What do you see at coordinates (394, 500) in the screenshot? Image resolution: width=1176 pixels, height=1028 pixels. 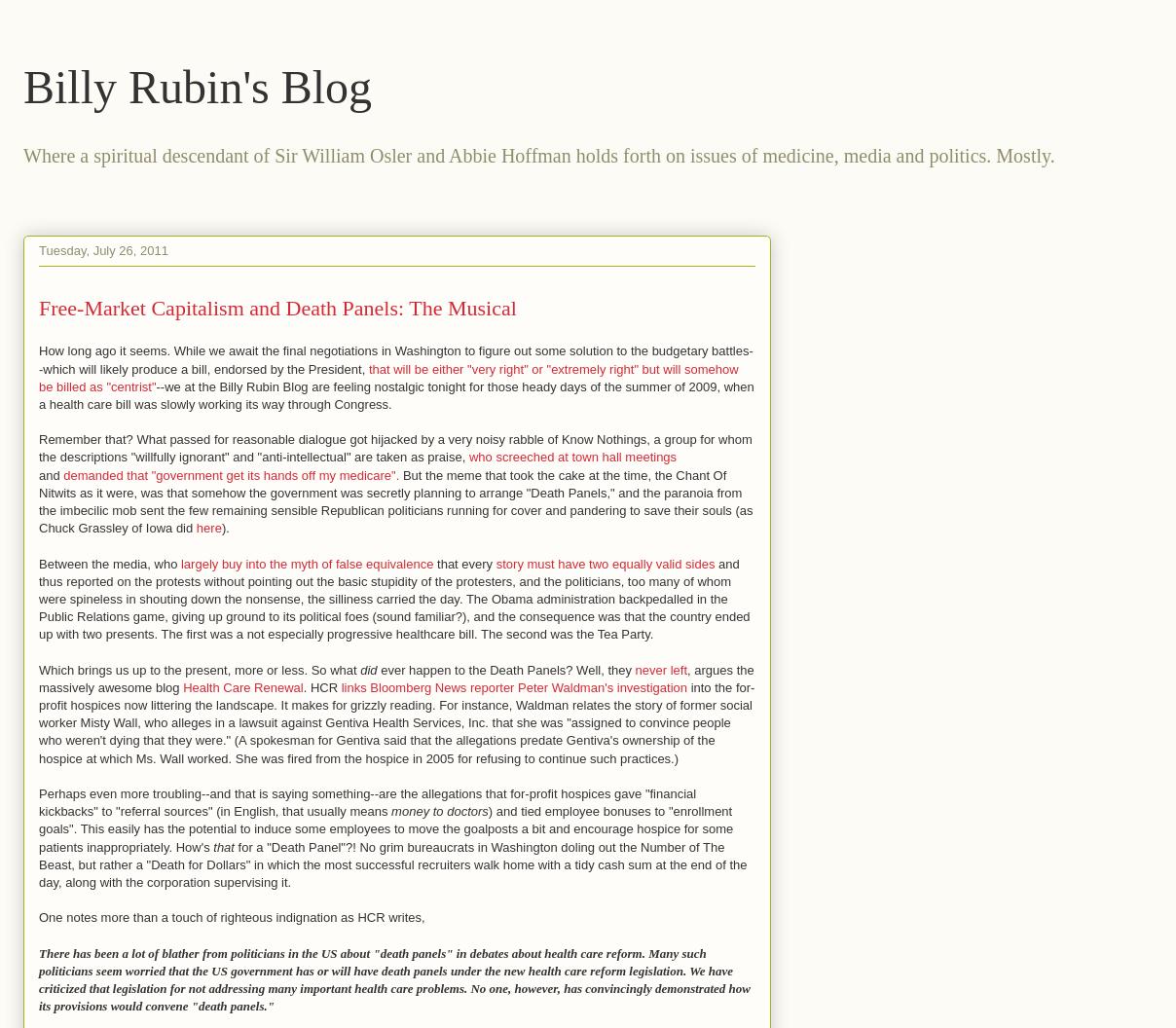 I see `'But the meme that took the cake at the time, the Chant Of Nitwits as it were, was that somehow the government was secretly planning to arrange "Death Panels," and the paranoia from the imbecilic mob sent the few remaining sensible Republican politicians running for cover and pandering to save their souls (as Chuck Grassley of Iowa did'` at bounding box center [394, 500].